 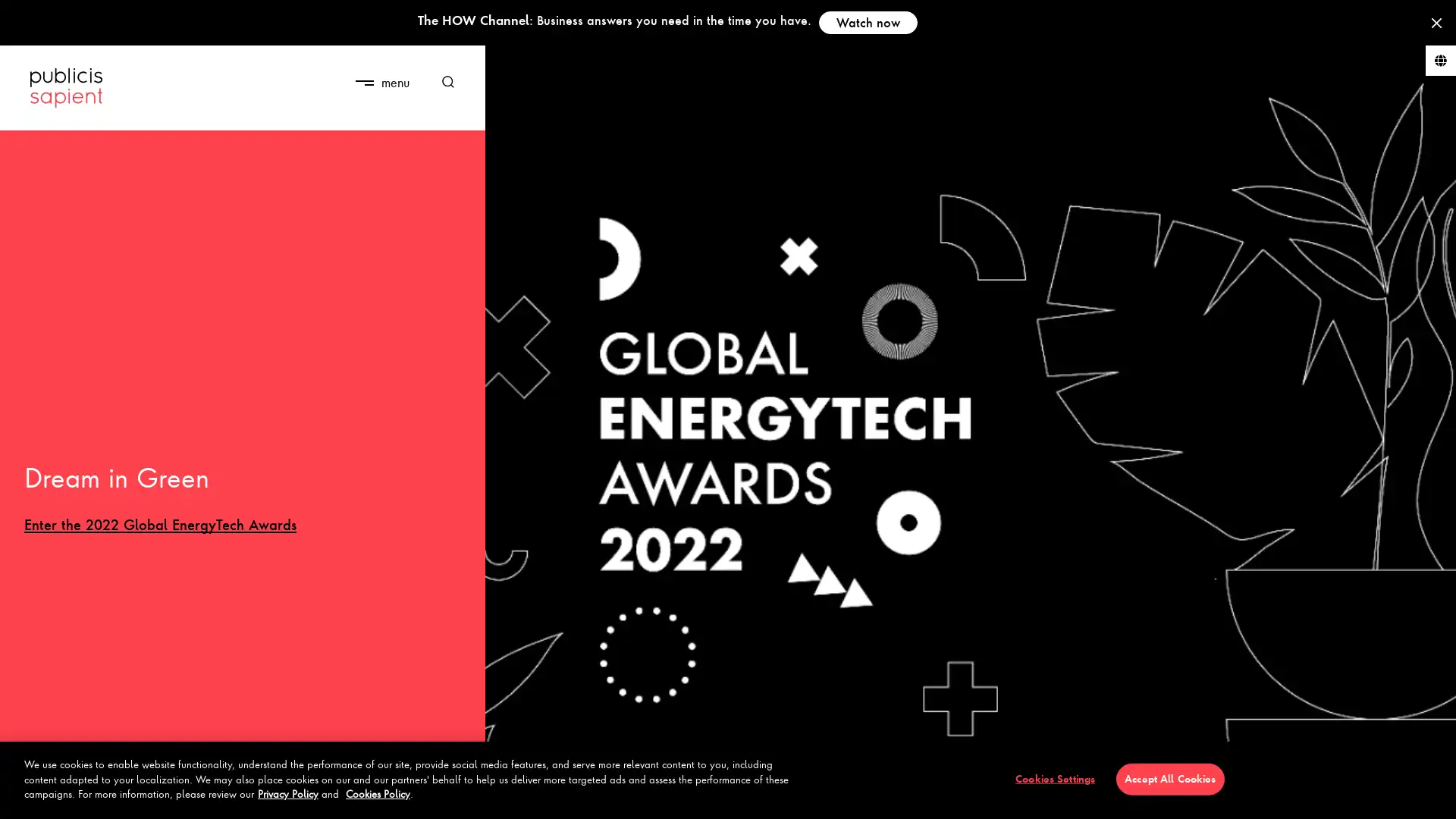 I want to click on Display Slide 7, so click(x=177, y=798).